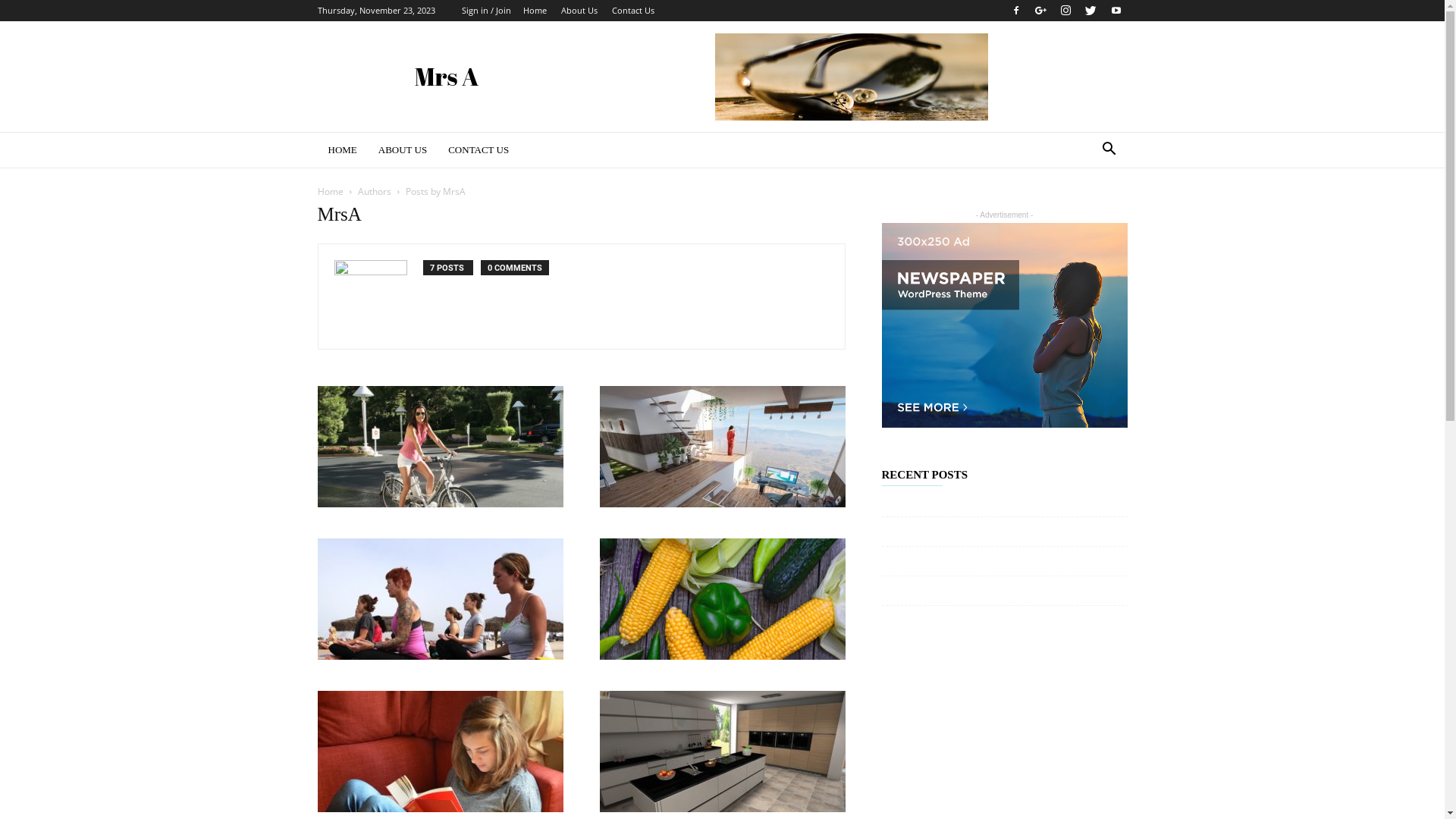  I want to click on 'Home', so click(535, 10).